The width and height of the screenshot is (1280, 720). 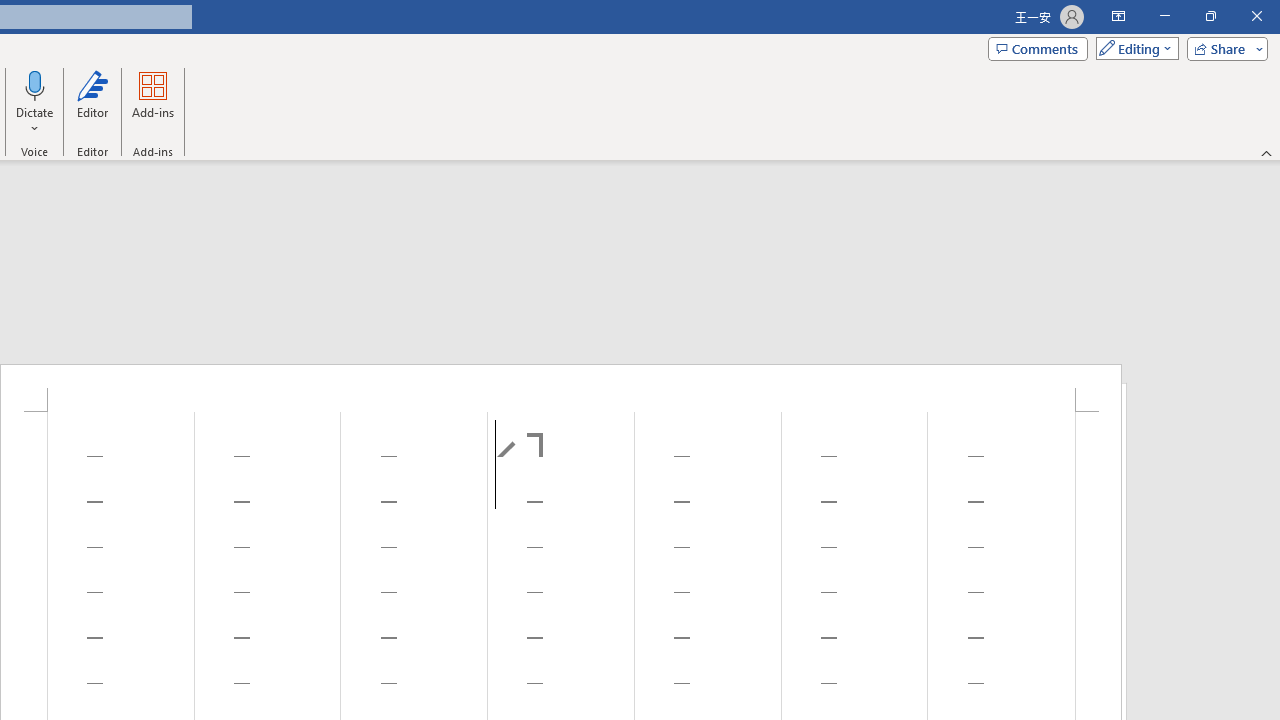 I want to click on 'Share', so click(x=1222, y=47).